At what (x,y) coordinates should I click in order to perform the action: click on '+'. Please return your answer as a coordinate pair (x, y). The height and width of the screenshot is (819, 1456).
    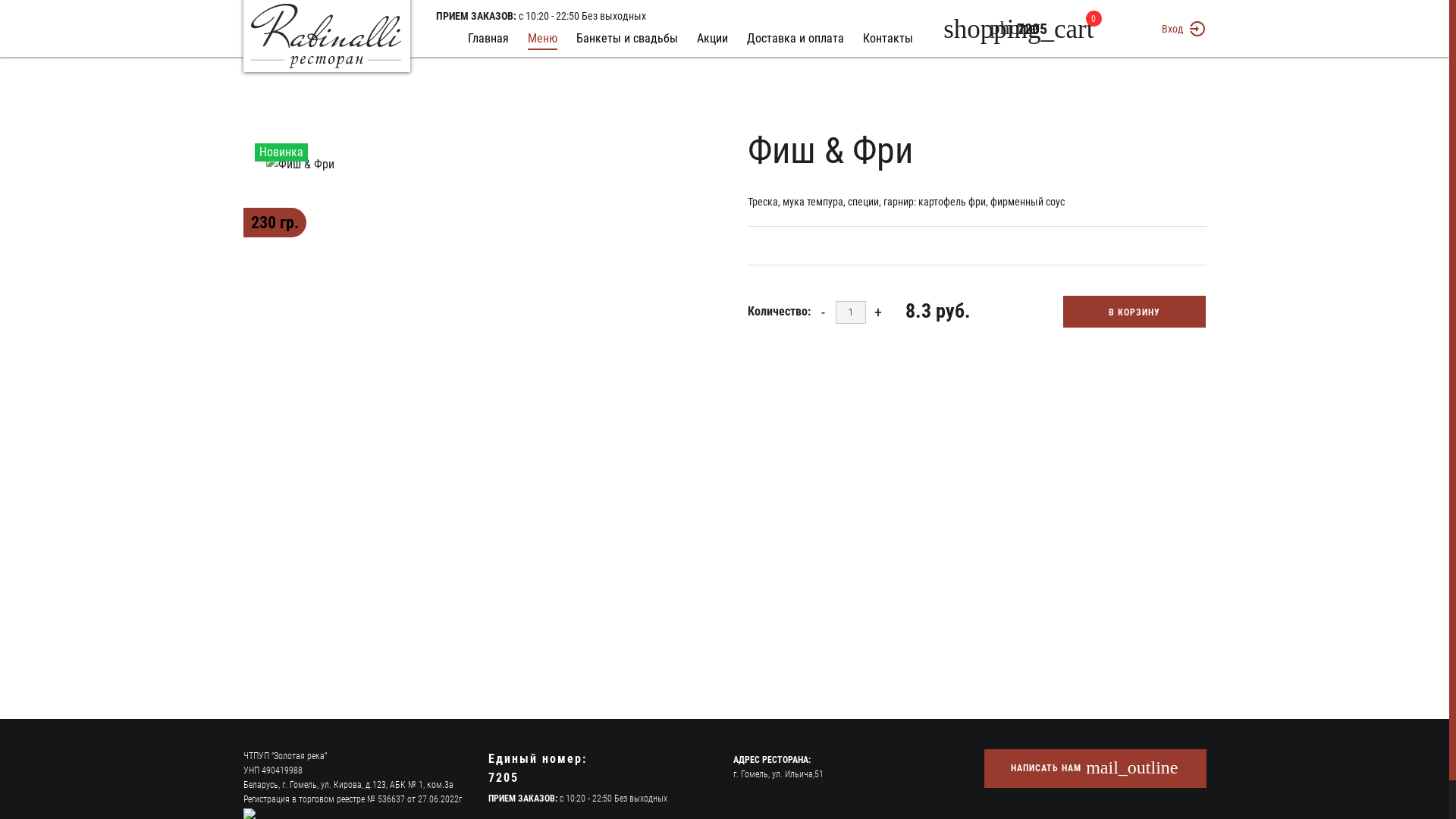
    Looking at the image, I should click on (878, 312).